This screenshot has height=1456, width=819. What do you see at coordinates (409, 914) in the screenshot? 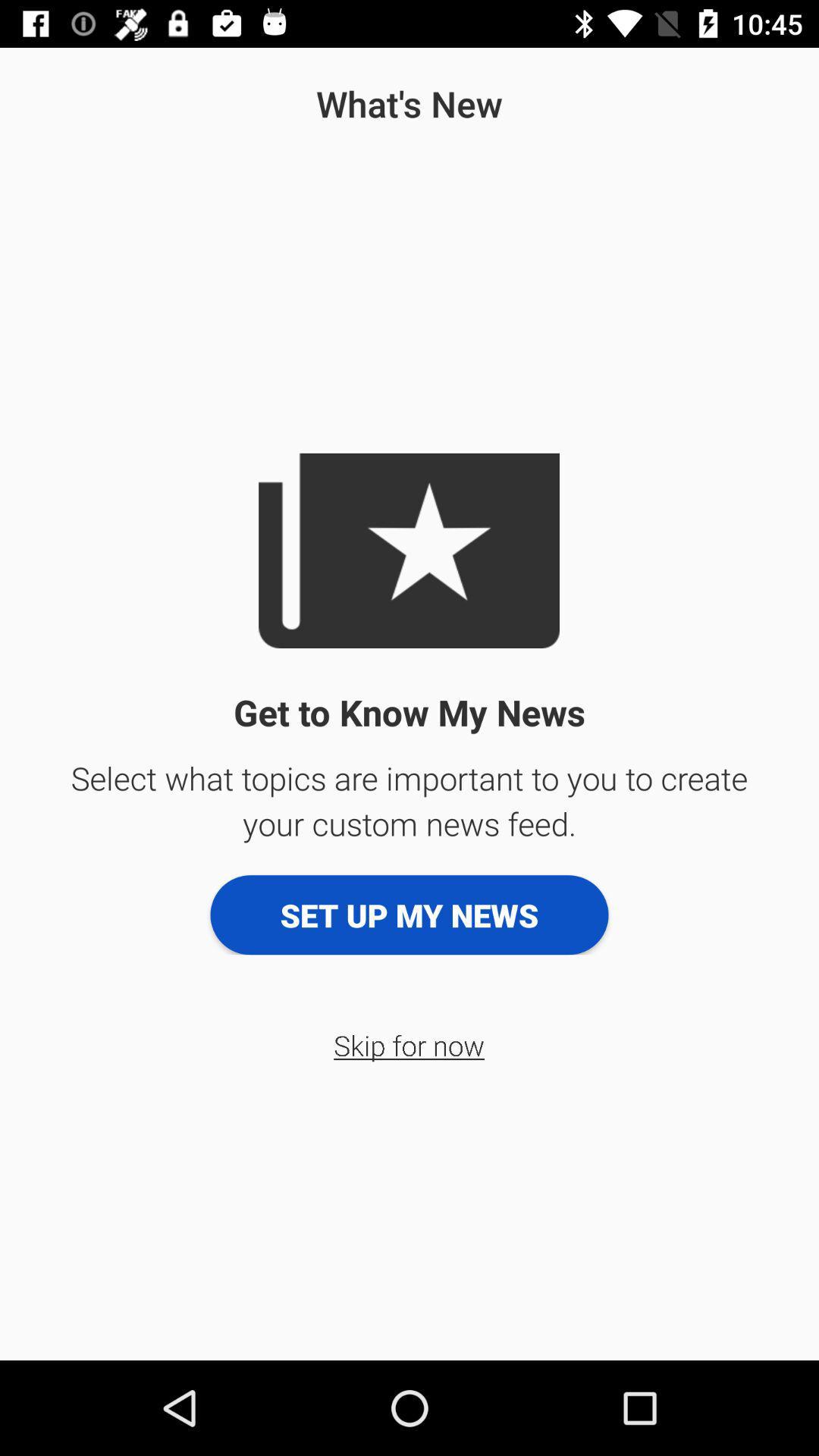
I see `icon below select what topics app` at bounding box center [409, 914].